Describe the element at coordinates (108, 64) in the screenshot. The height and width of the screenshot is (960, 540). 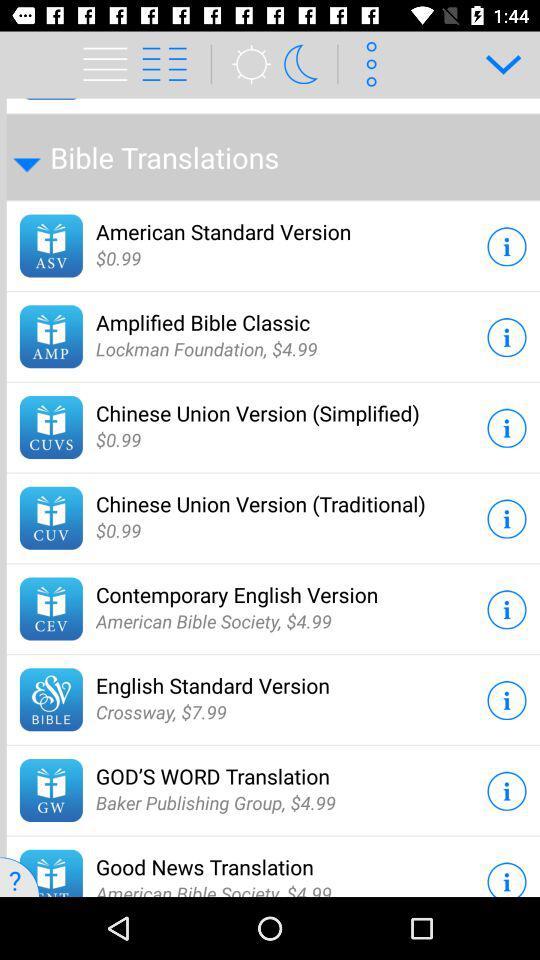
I see `the menu icon` at that location.